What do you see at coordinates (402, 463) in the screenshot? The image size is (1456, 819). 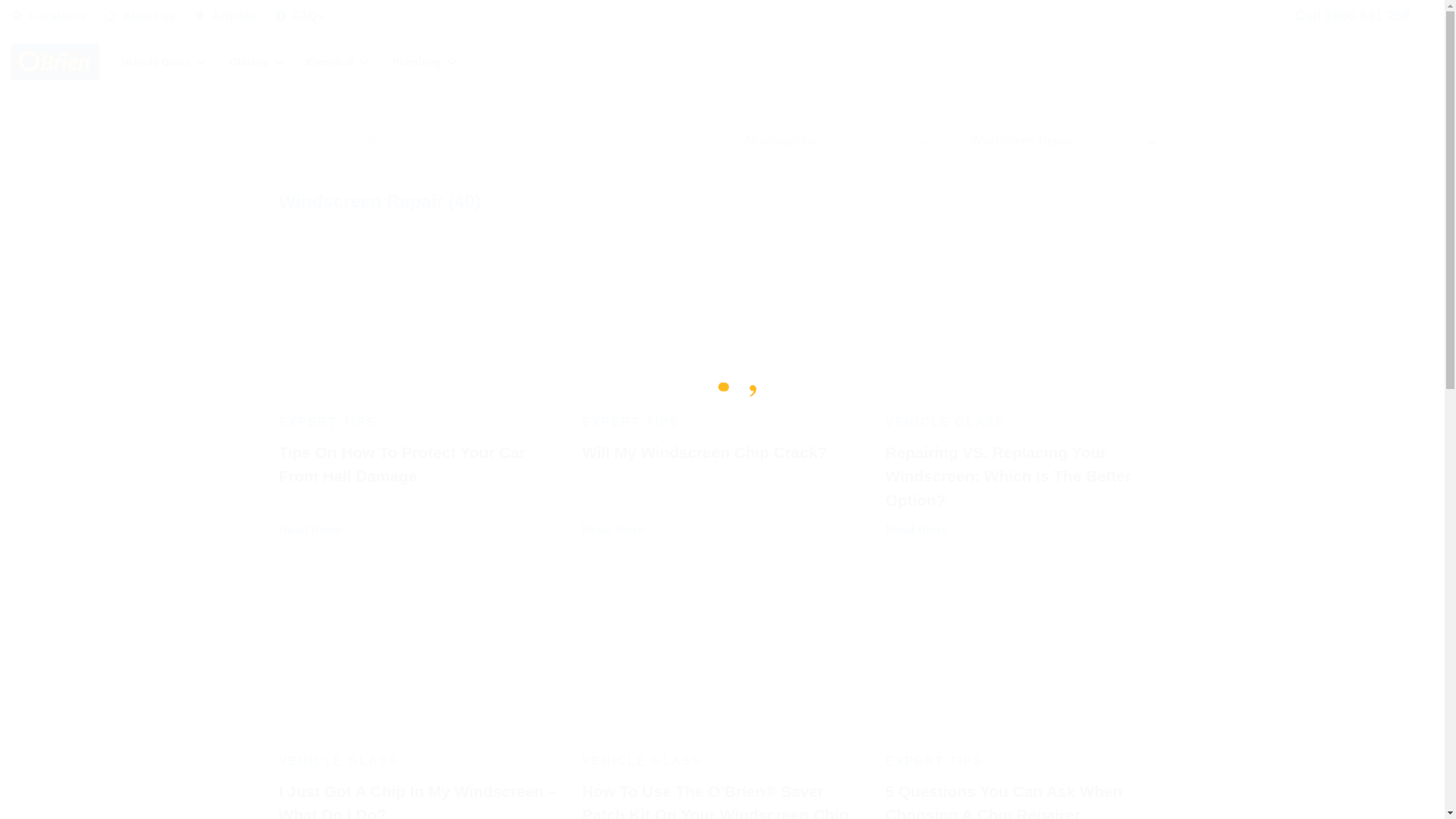 I see `'Tips On How To Protect Your Car From Hail Damage'` at bounding box center [402, 463].